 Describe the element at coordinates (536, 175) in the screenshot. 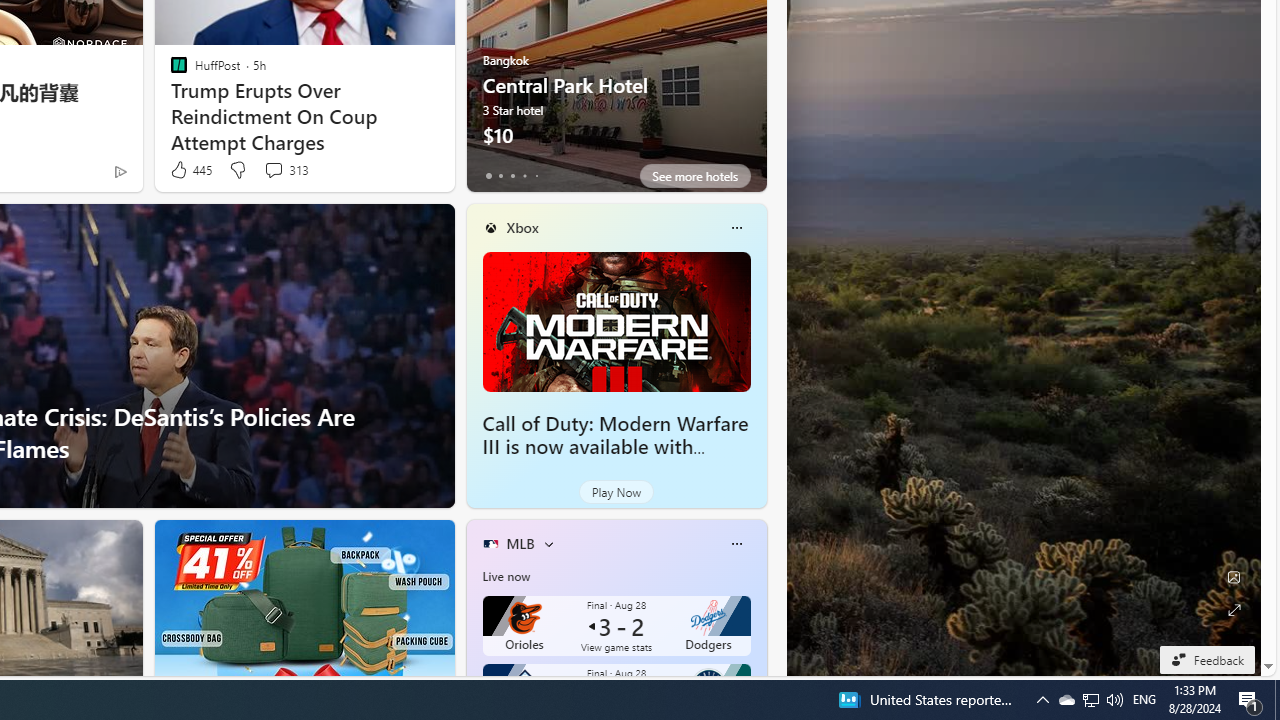

I see `'tab-4'` at that location.